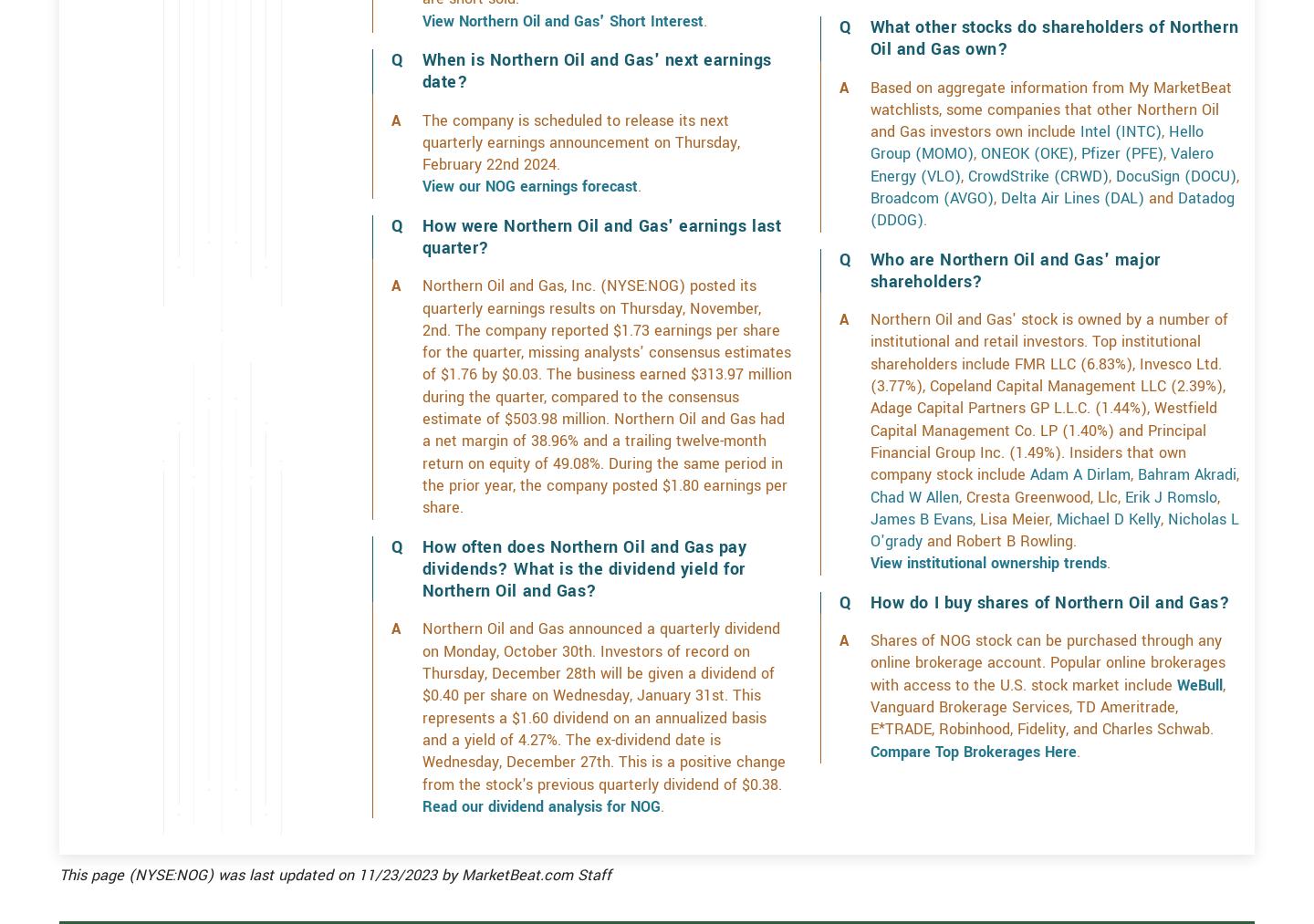 The image size is (1314, 924). I want to click on 'Broadcom (AVGO)', so click(930, 262).